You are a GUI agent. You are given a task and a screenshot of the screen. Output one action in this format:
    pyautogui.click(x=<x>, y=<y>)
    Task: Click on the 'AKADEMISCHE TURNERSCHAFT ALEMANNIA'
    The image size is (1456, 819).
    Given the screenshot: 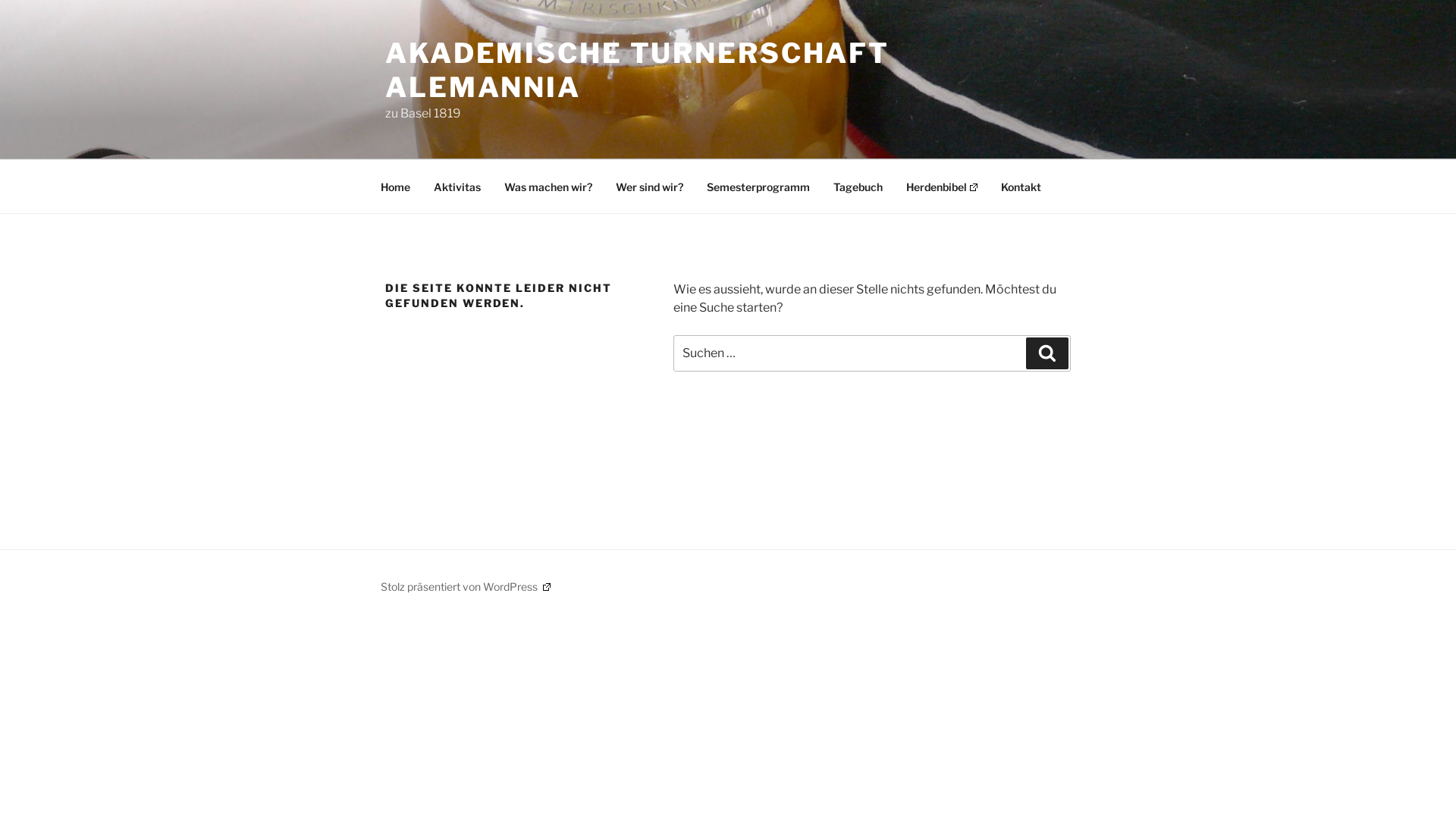 What is the action you would take?
    pyautogui.click(x=637, y=70)
    